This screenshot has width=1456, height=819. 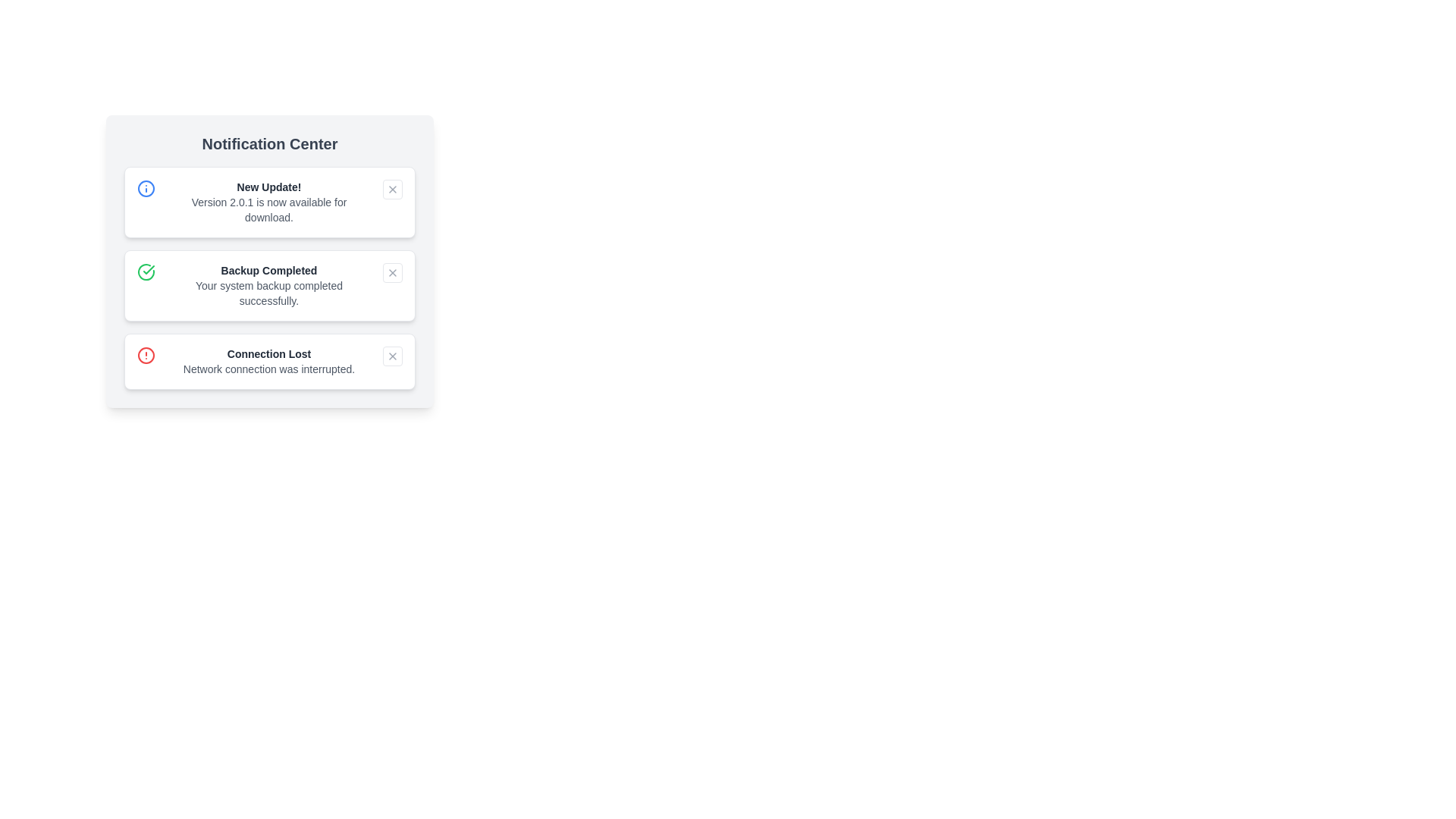 I want to click on the circular icon with a thin stroke located to the left of the title and description text in the topmost notification item of the Notification Center interface, so click(x=146, y=188).